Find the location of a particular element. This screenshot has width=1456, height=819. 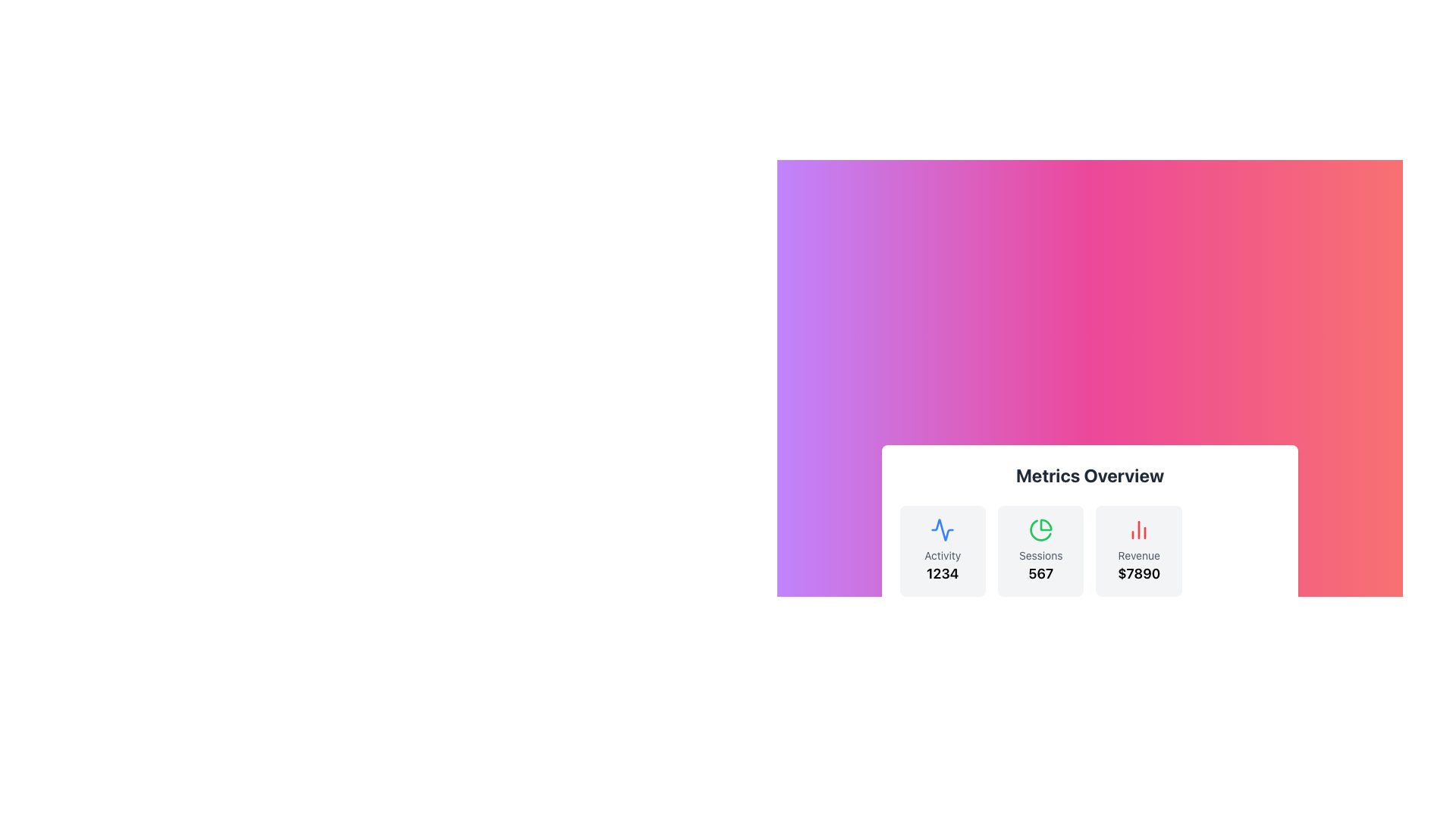

the 'Sessions' icon located at the top of the card labeled 'Sessions' within the 'Metrics Overview' section is located at coordinates (1040, 529).